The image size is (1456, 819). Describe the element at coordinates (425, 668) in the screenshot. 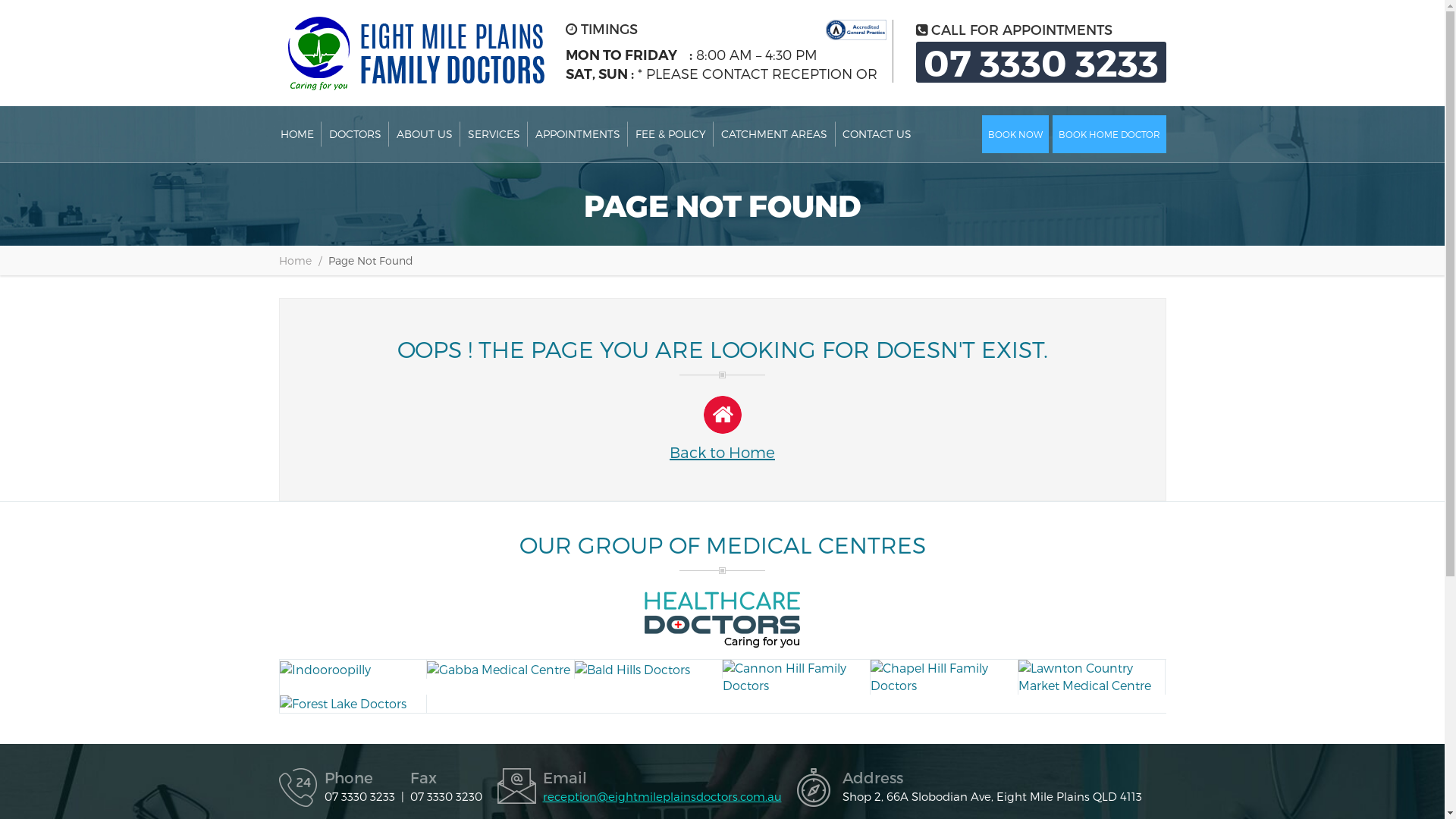

I see `'Gabba Medical Centre'` at that location.